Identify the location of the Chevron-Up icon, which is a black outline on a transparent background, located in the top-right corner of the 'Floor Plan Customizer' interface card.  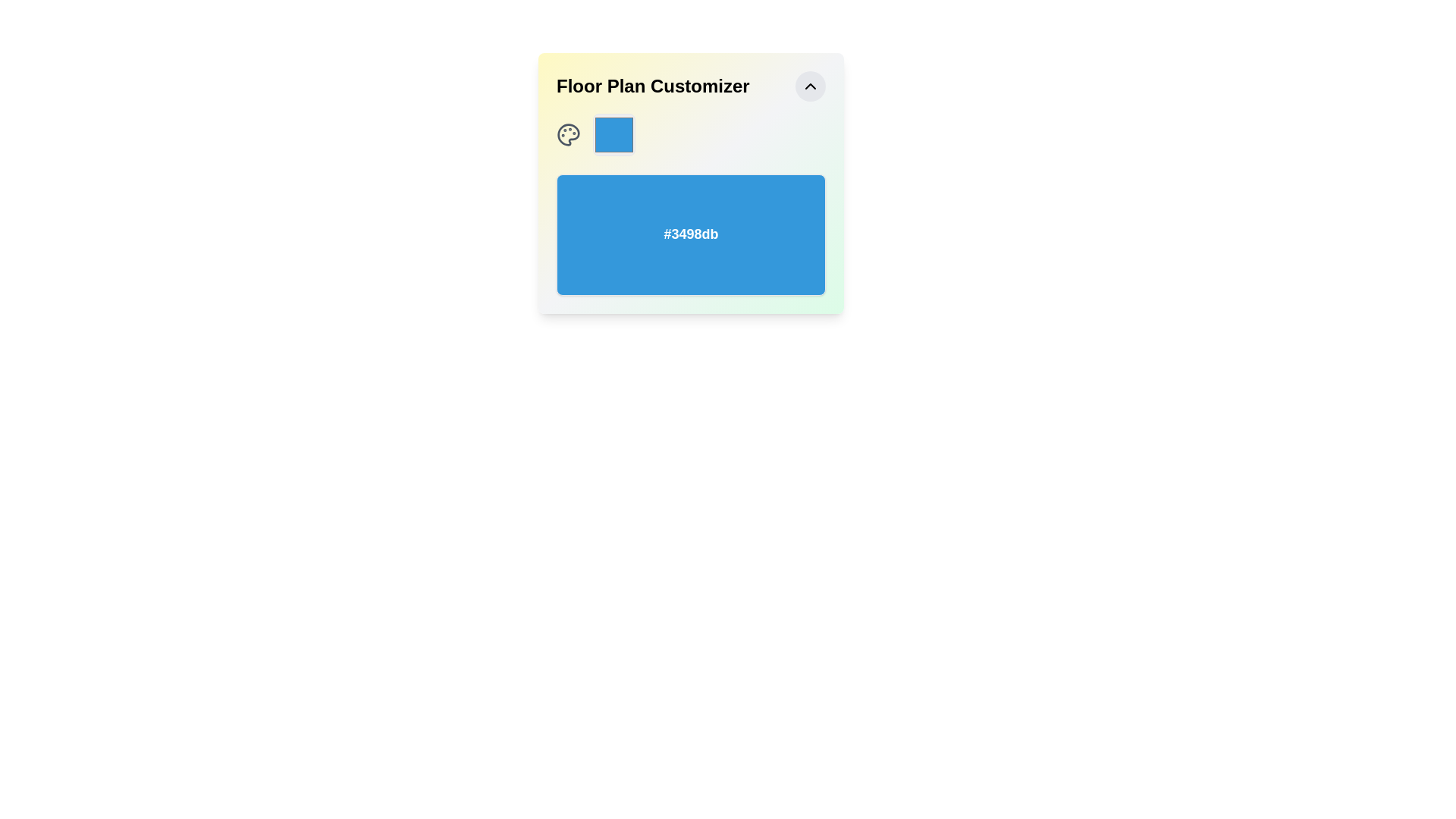
(810, 86).